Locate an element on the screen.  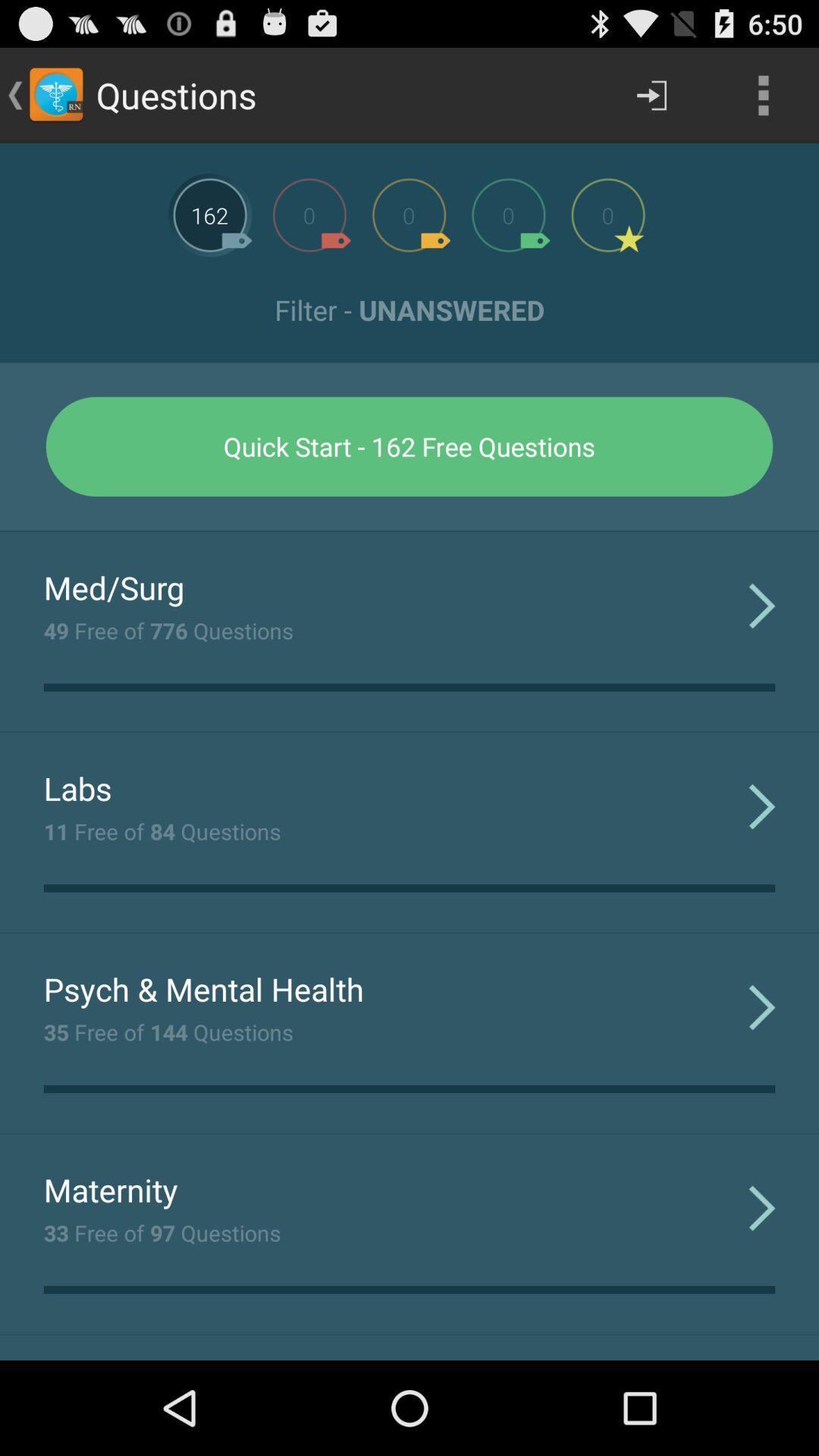
type is located at coordinates (607, 214).